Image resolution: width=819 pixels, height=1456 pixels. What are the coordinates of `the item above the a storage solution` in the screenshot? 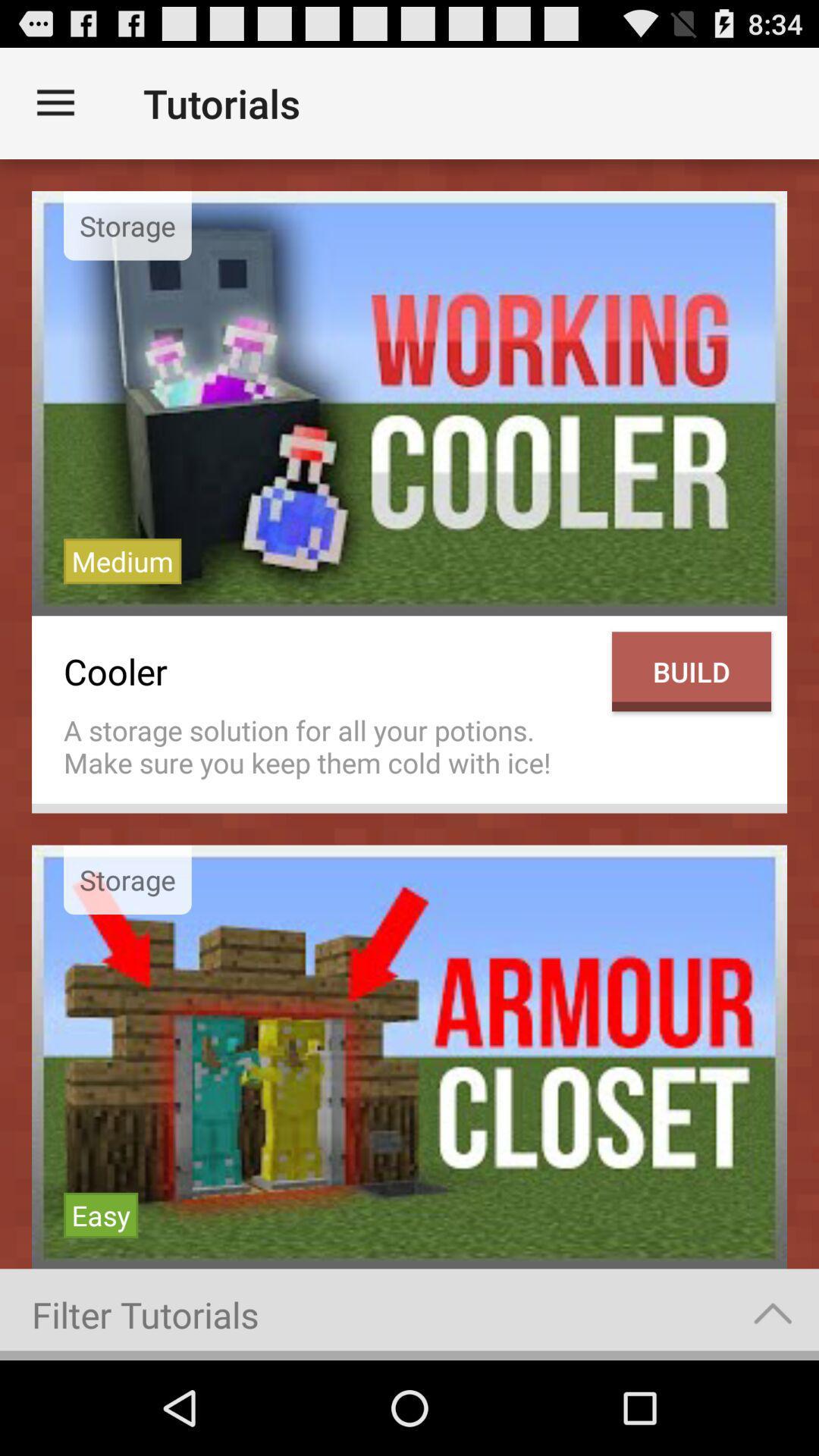 It's located at (329, 670).